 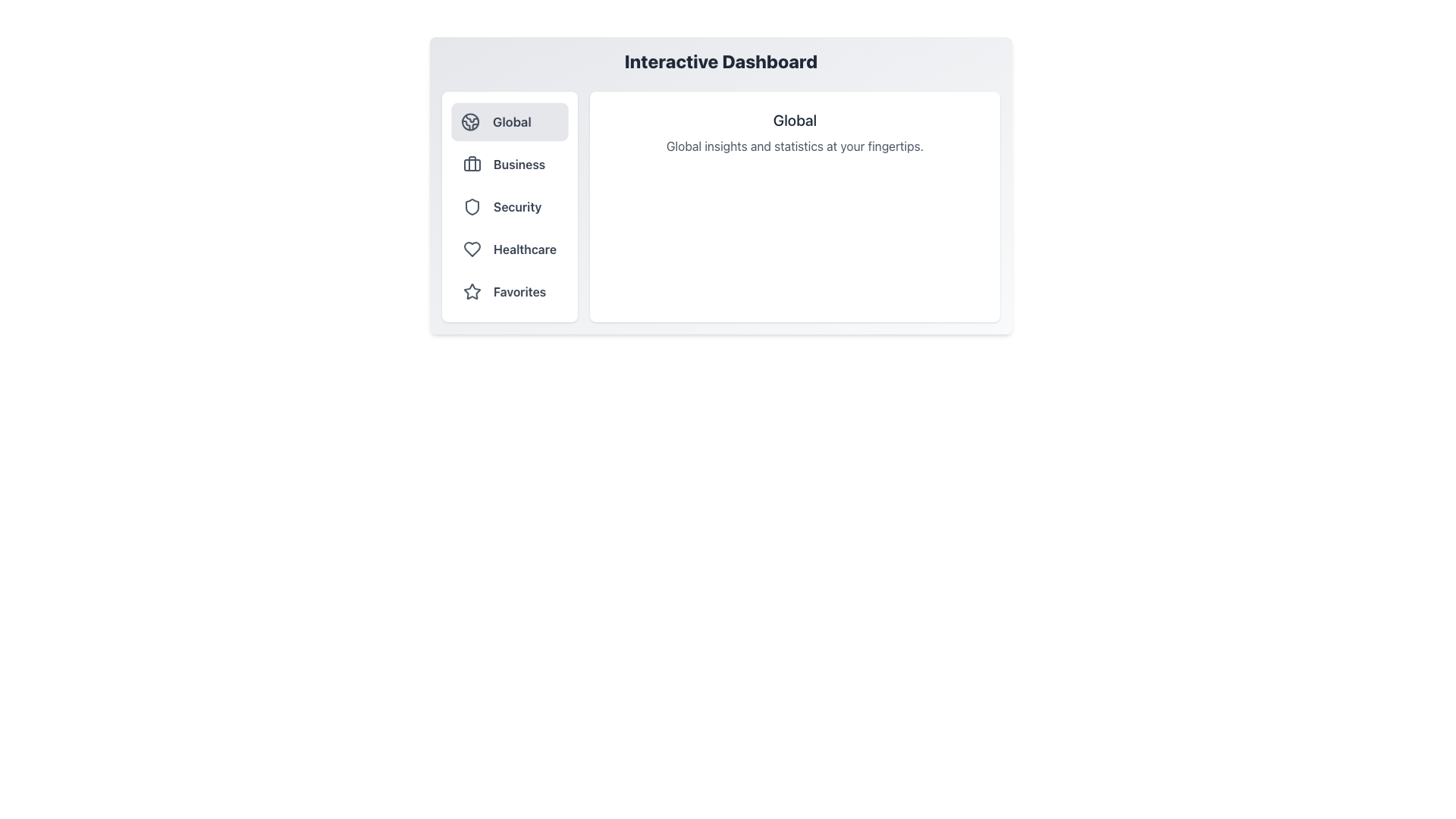 What do you see at coordinates (469, 121) in the screenshot?
I see `the circular SVG element located in the middle section of the SVG, which is filled with color and has no text content, by clicking on it` at bounding box center [469, 121].